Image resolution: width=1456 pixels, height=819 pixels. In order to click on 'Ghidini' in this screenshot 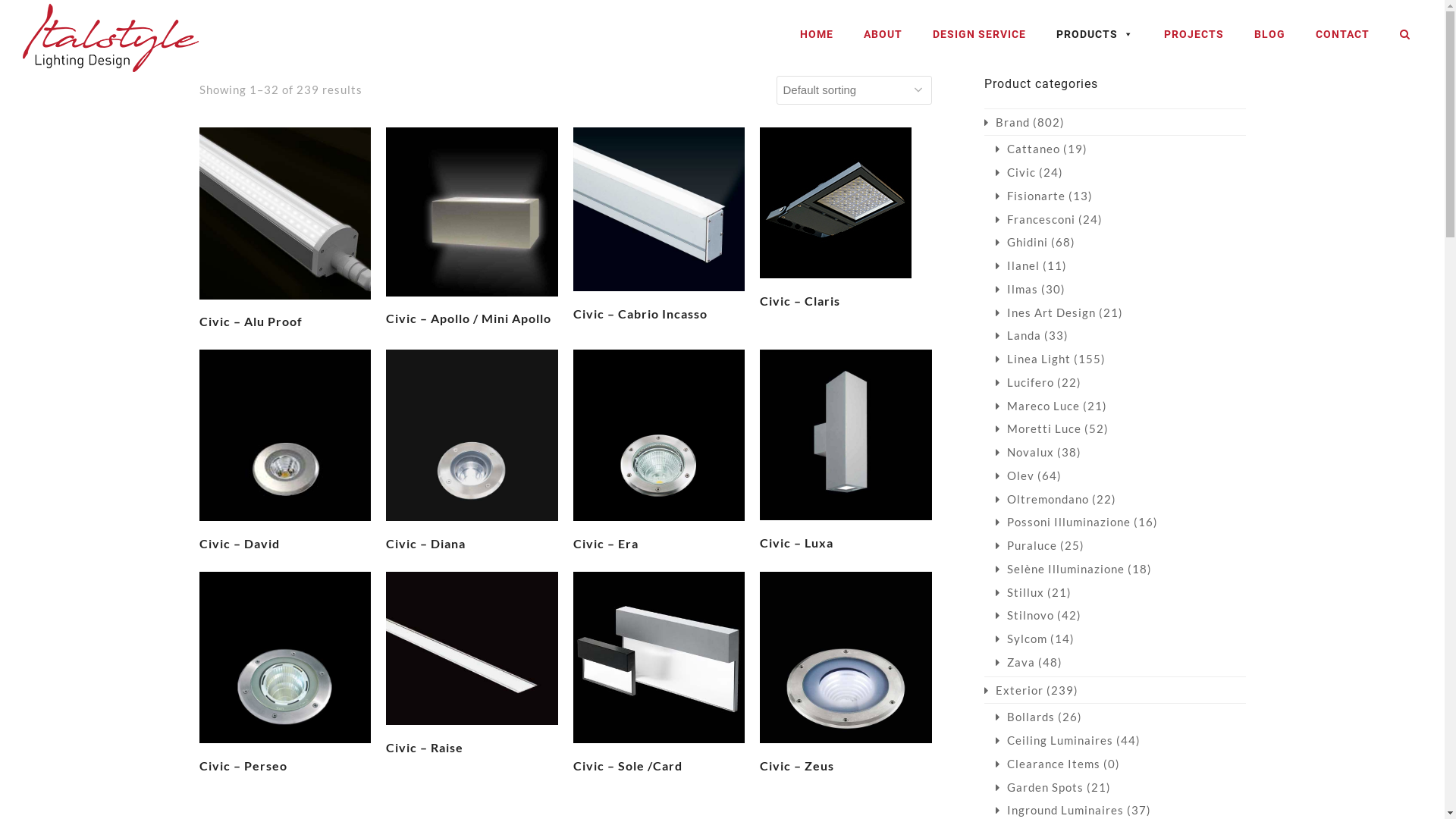, I will do `click(994, 241)`.